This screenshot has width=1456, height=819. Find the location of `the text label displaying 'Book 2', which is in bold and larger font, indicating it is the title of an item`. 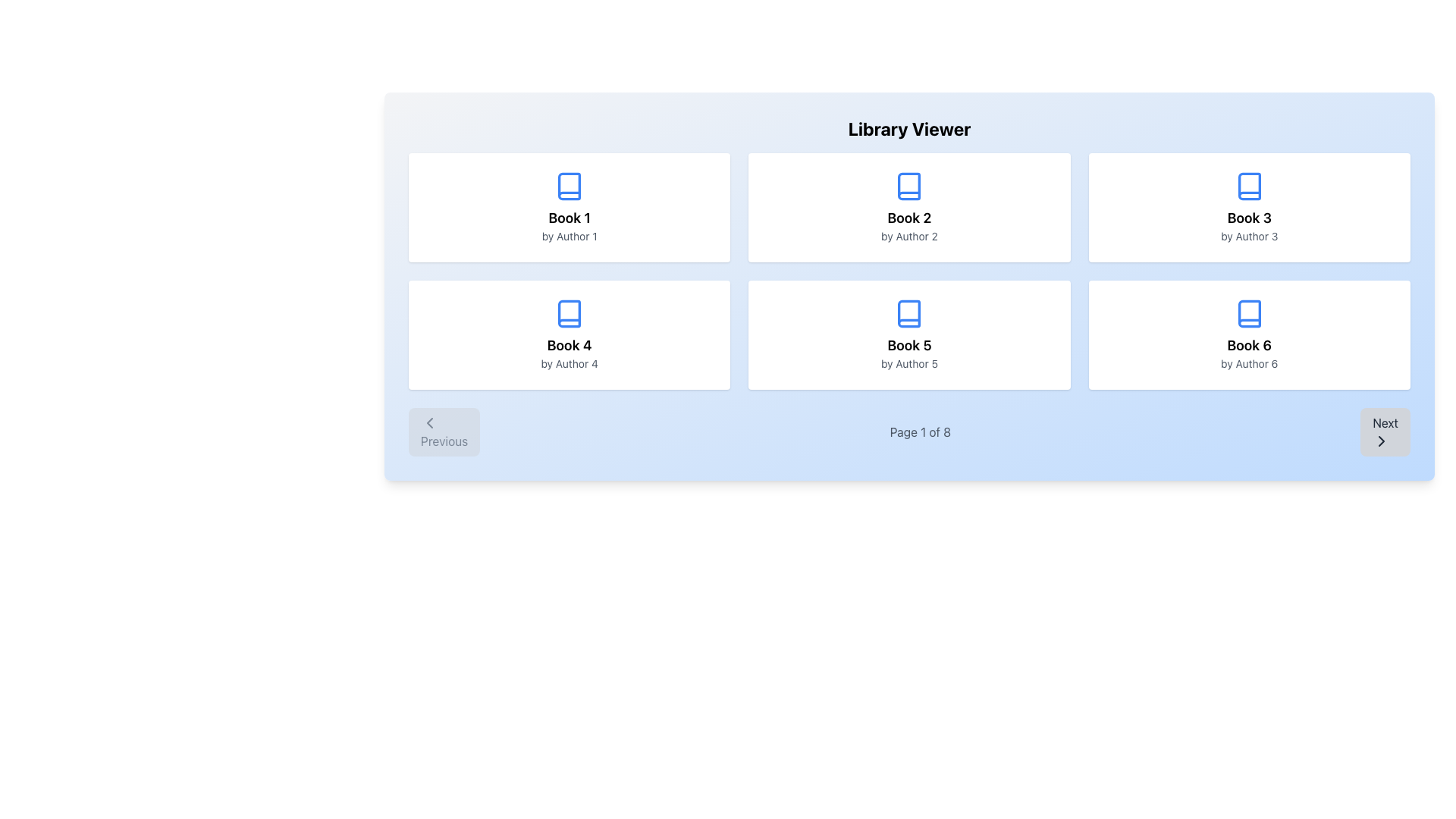

the text label displaying 'Book 2', which is in bold and larger font, indicating it is the title of an item is located at coordinates (909, 218).